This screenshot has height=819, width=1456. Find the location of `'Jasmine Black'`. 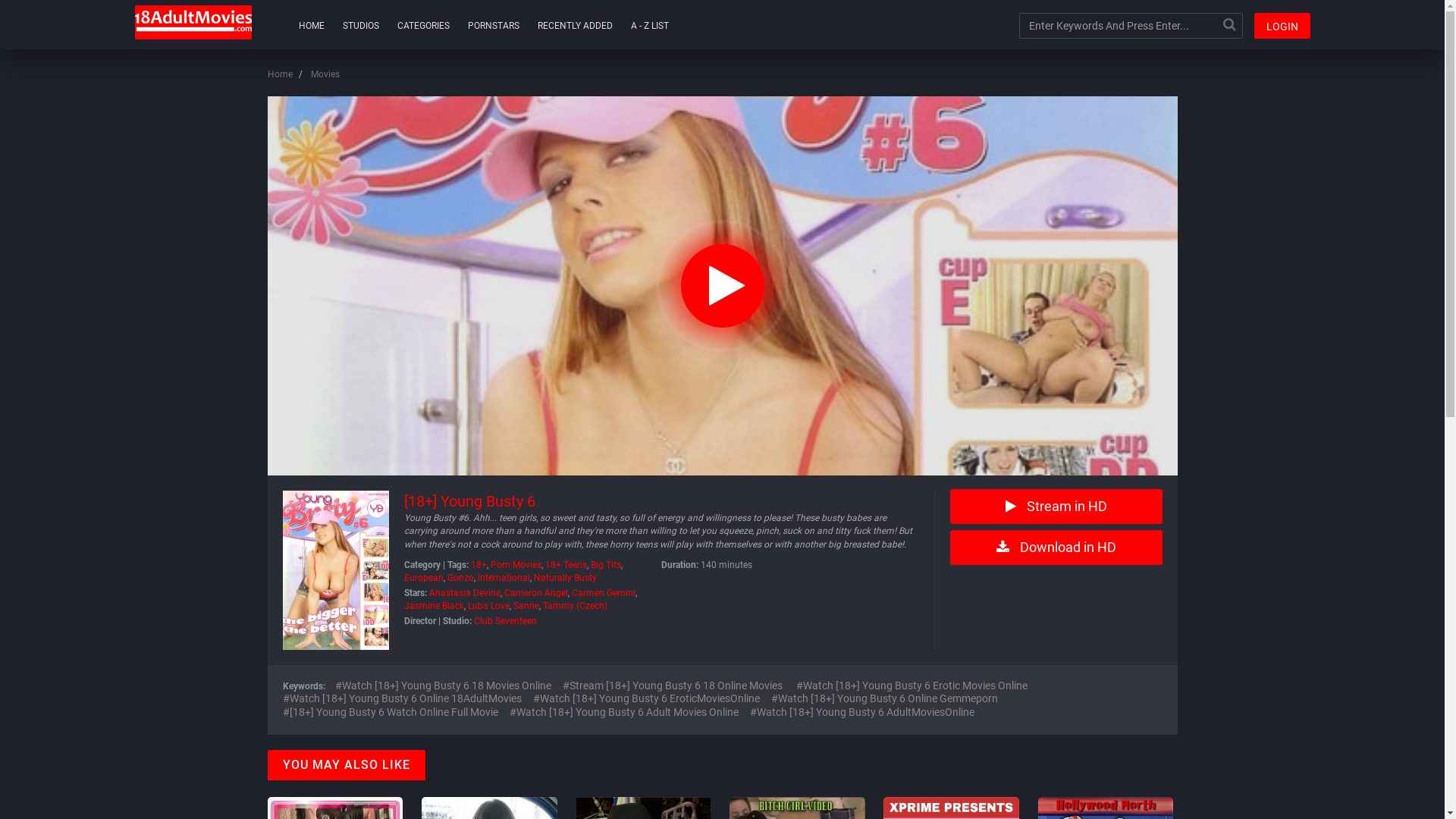

'Jasmine Black' is located at coordinates (432, 604).